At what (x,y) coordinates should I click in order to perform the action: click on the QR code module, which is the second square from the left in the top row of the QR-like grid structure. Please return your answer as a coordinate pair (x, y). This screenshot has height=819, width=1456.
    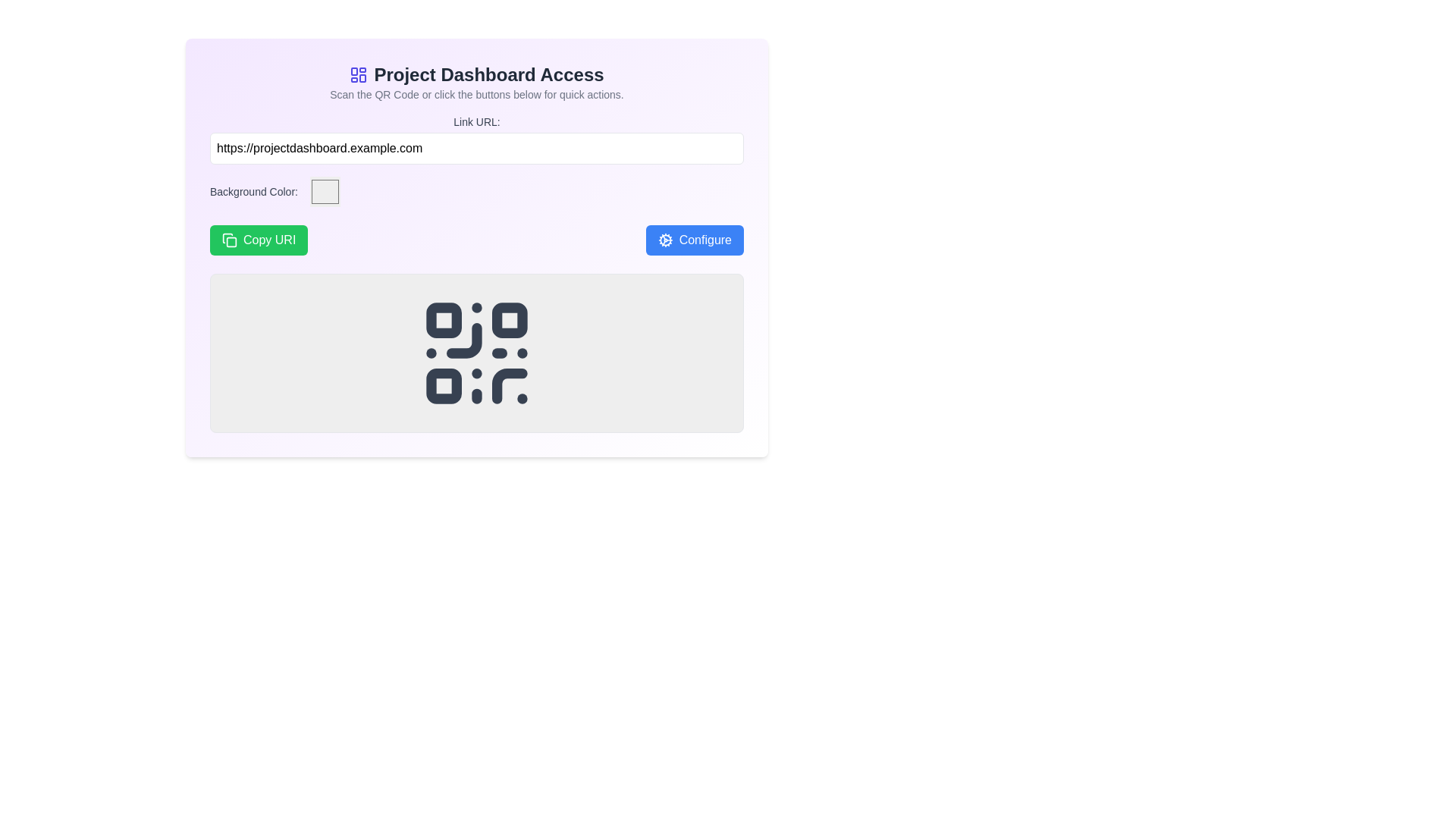
    Looking at the image, I should click on (510, 319).